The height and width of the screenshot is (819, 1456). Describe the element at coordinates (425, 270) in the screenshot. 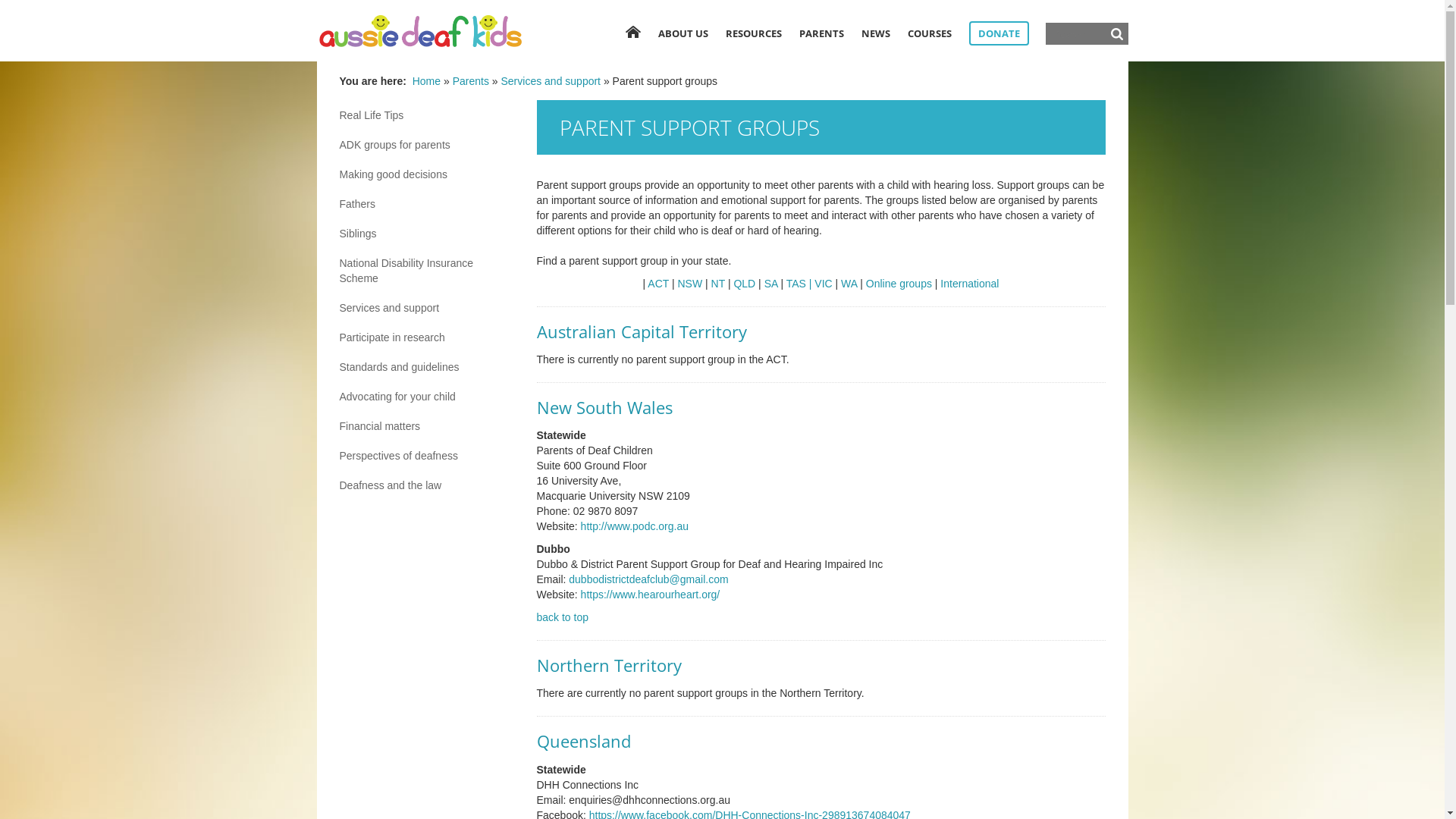

I see `'National Disability Insurance Scheme'` at that location.